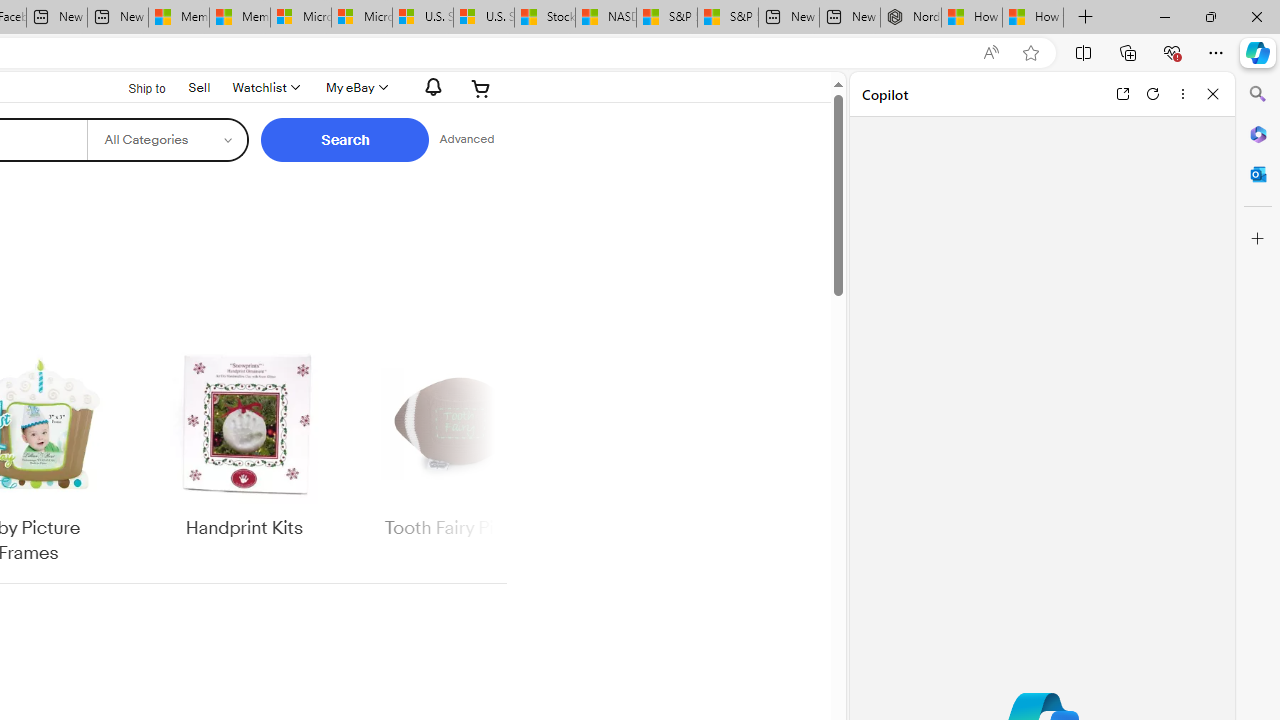 This screenshot has height=720, width=1280. What do you see at coordinates (1257, 133) in the screenshot?
I see `'Microsoft 365'` at bounding box center [1257, 133].